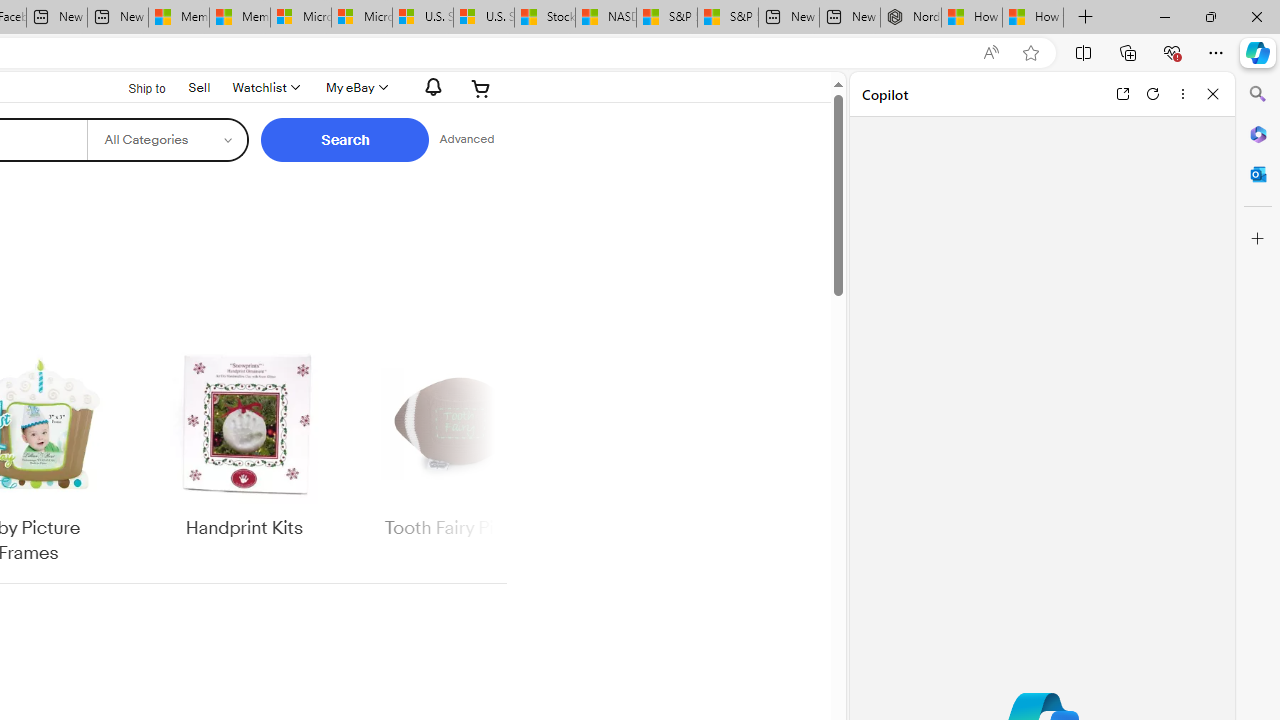 This screenshot has height=720, width=1280. What do you see at coordinates (1257, 133) in the screenshot?
I see `'Microsoft 365'` at bounding box center [1257, 133].